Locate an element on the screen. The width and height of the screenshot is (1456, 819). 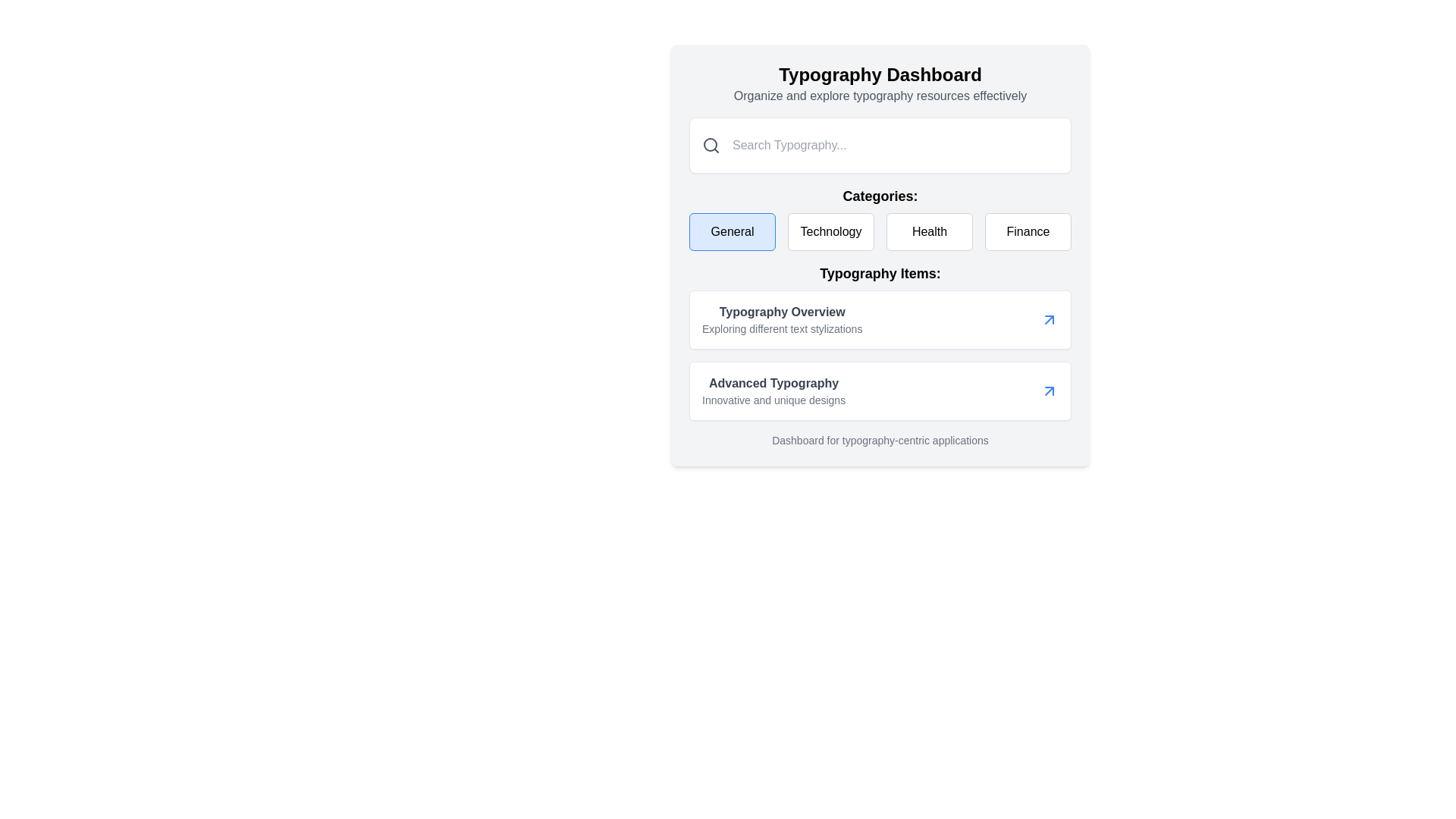
the title of the Text block in the Typography Items list is located at coordinates (773, 391).